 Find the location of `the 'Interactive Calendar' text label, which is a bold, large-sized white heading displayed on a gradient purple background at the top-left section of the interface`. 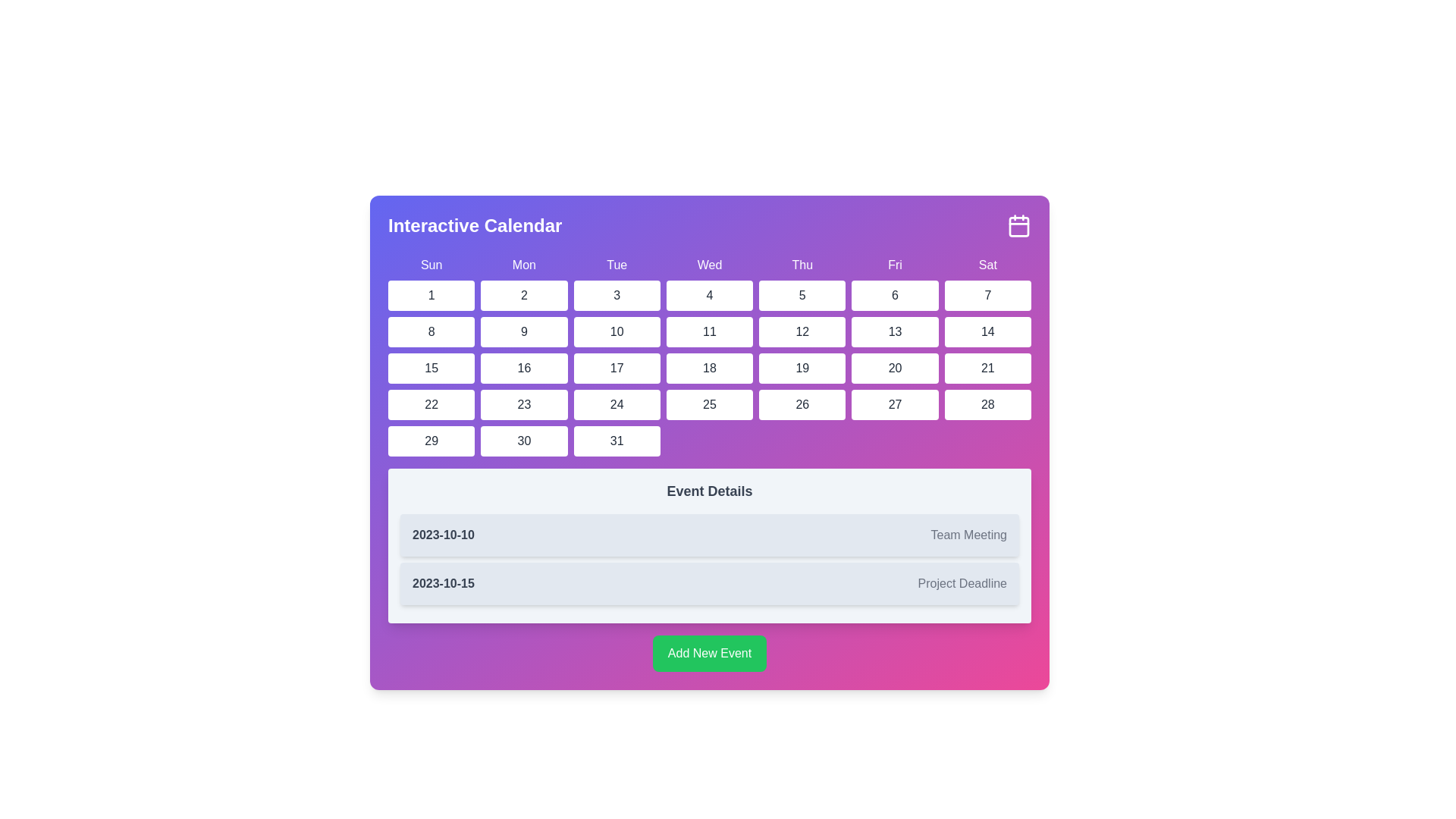

the 'Interactive Calendar' text label, which is a bold, large-sized white heading displayed on a gradient purple background at the top-left section of the interface is located at coordinates (474, 225).